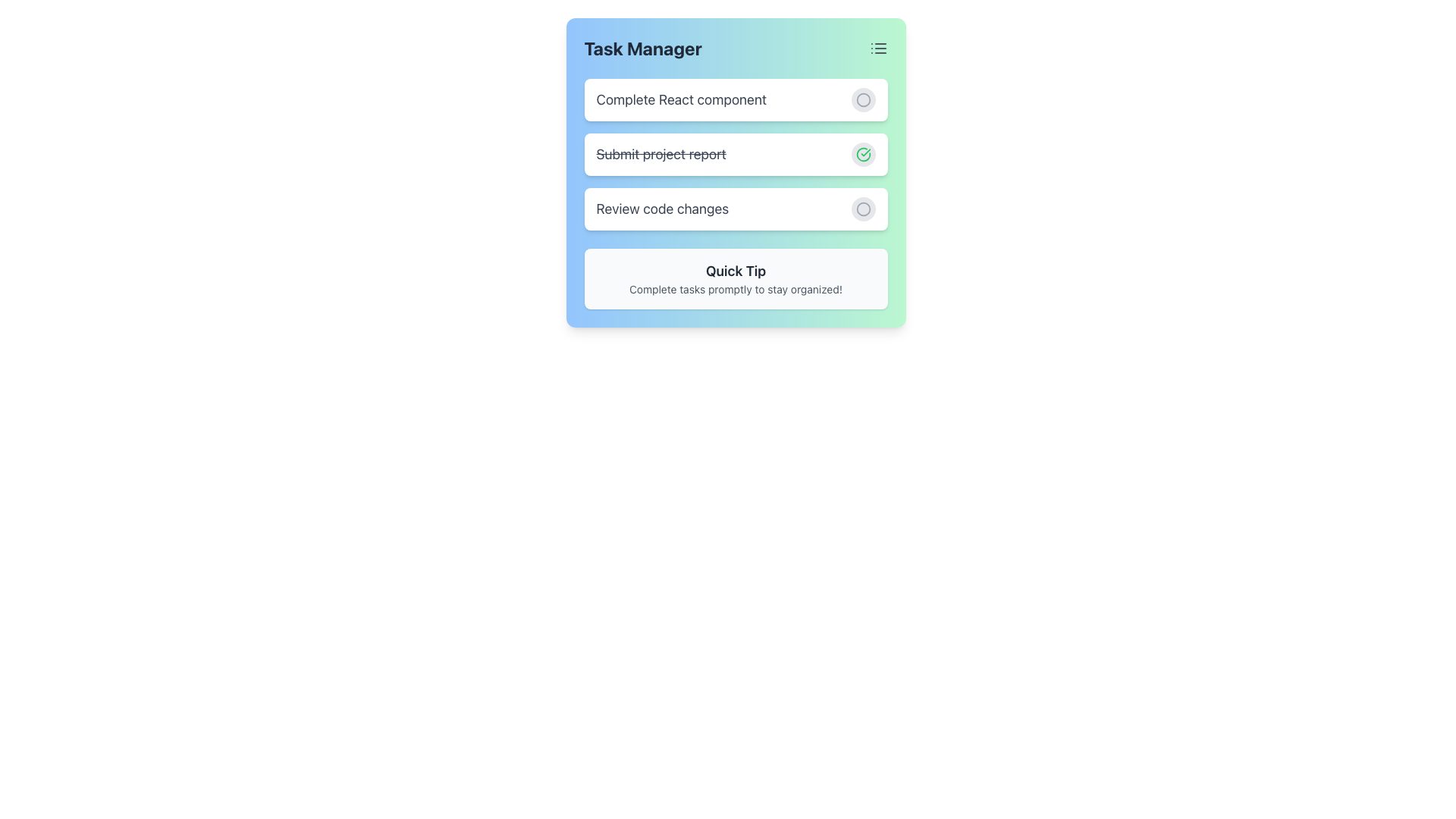 This screenshot has height=819, width=1456. What do you see at coordinates (736, 99) in the screenshot?
I see `the first task item in the task list` at bounding box center [736, 99].